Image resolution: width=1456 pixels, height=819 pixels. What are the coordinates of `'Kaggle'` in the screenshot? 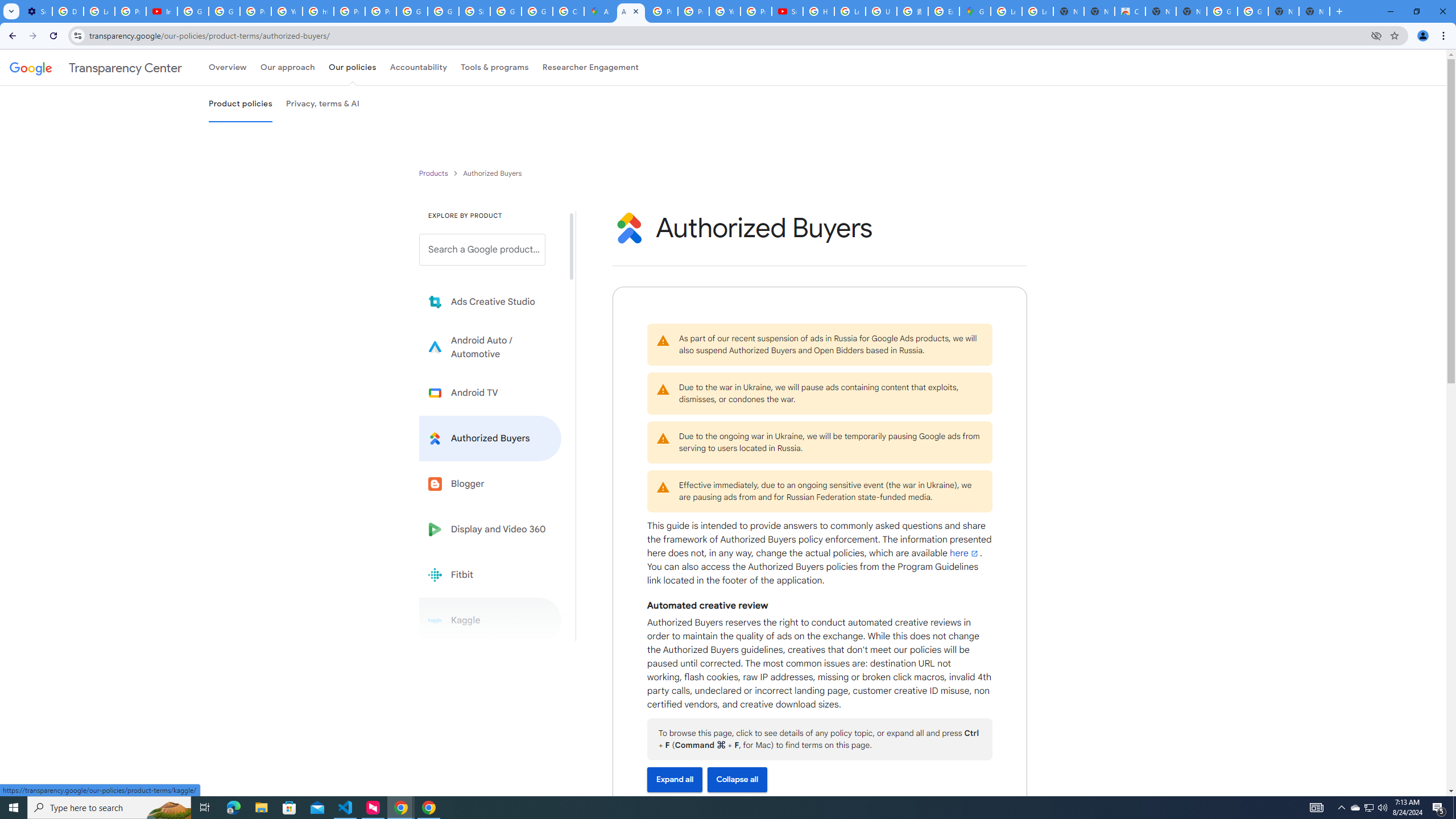 It's located at (490, 619).